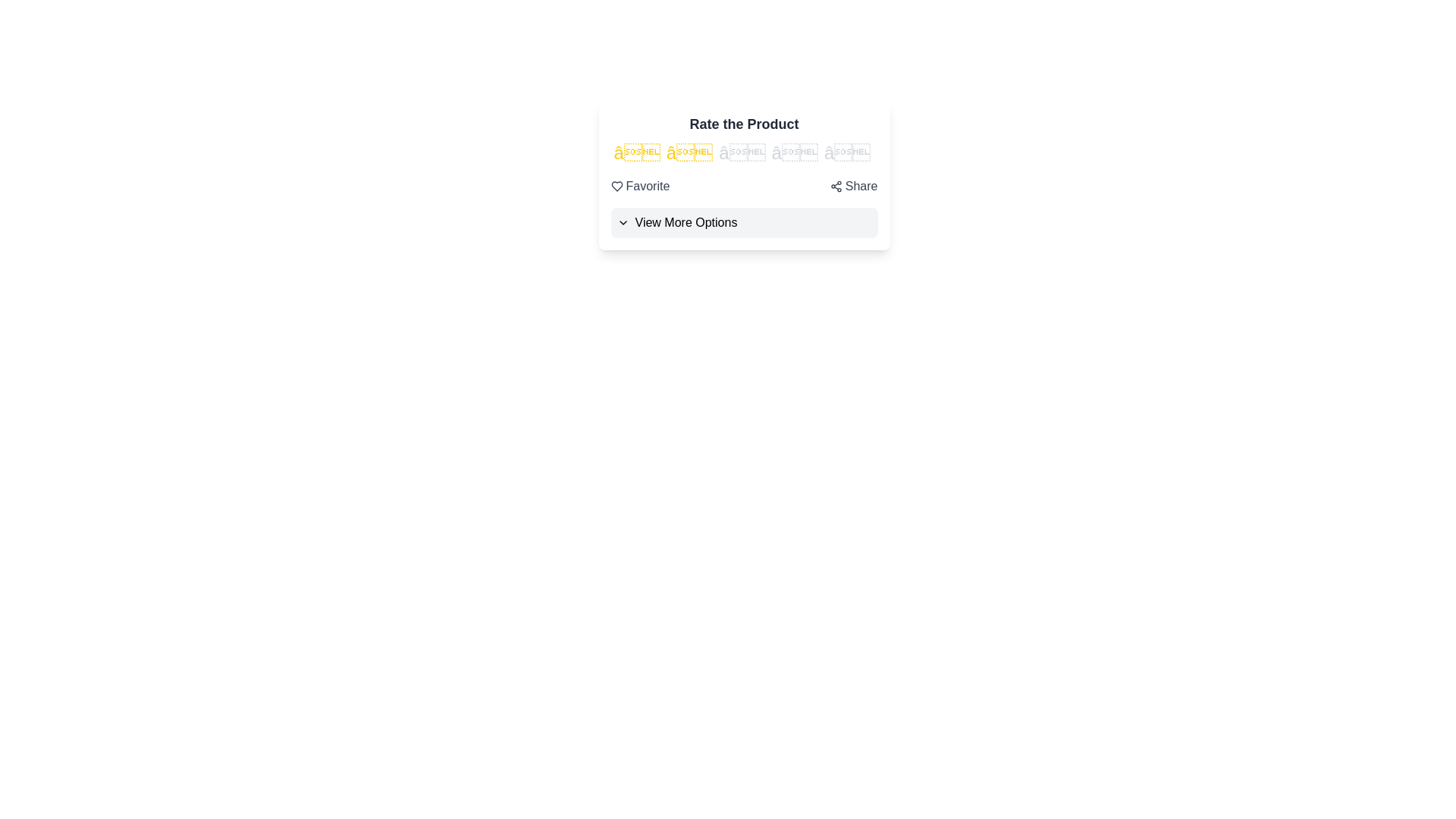 The height and width of the screenshot is (819, 1456). What do you see at coordinates (794, 152) in the screenshot?
I see `the rating to 4 stars by clicking on the corresponding star` at bounding box center [794, 152].